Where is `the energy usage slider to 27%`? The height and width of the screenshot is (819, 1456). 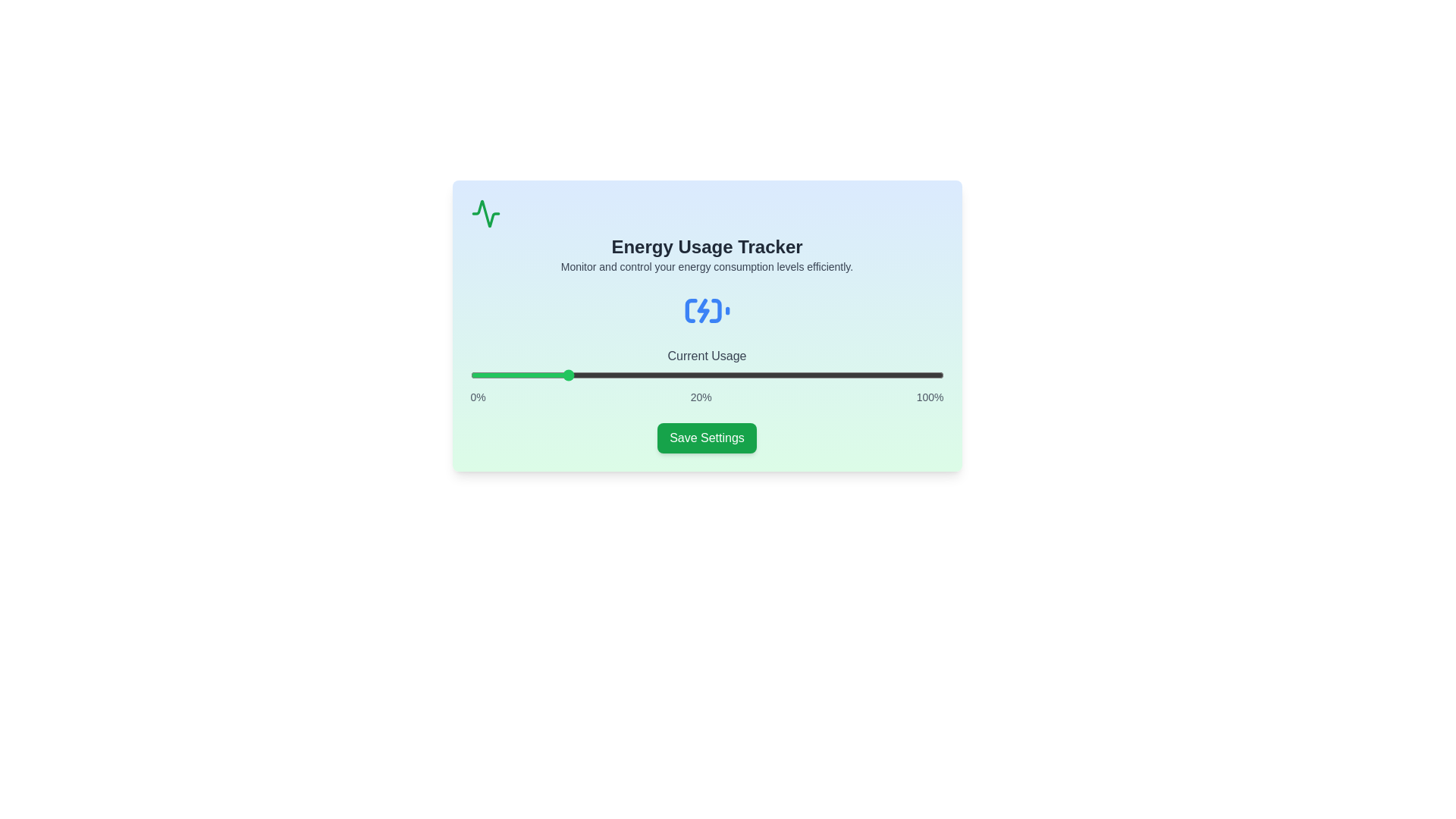
the energy usage slider to 27% is located at coordinates (597, 375).